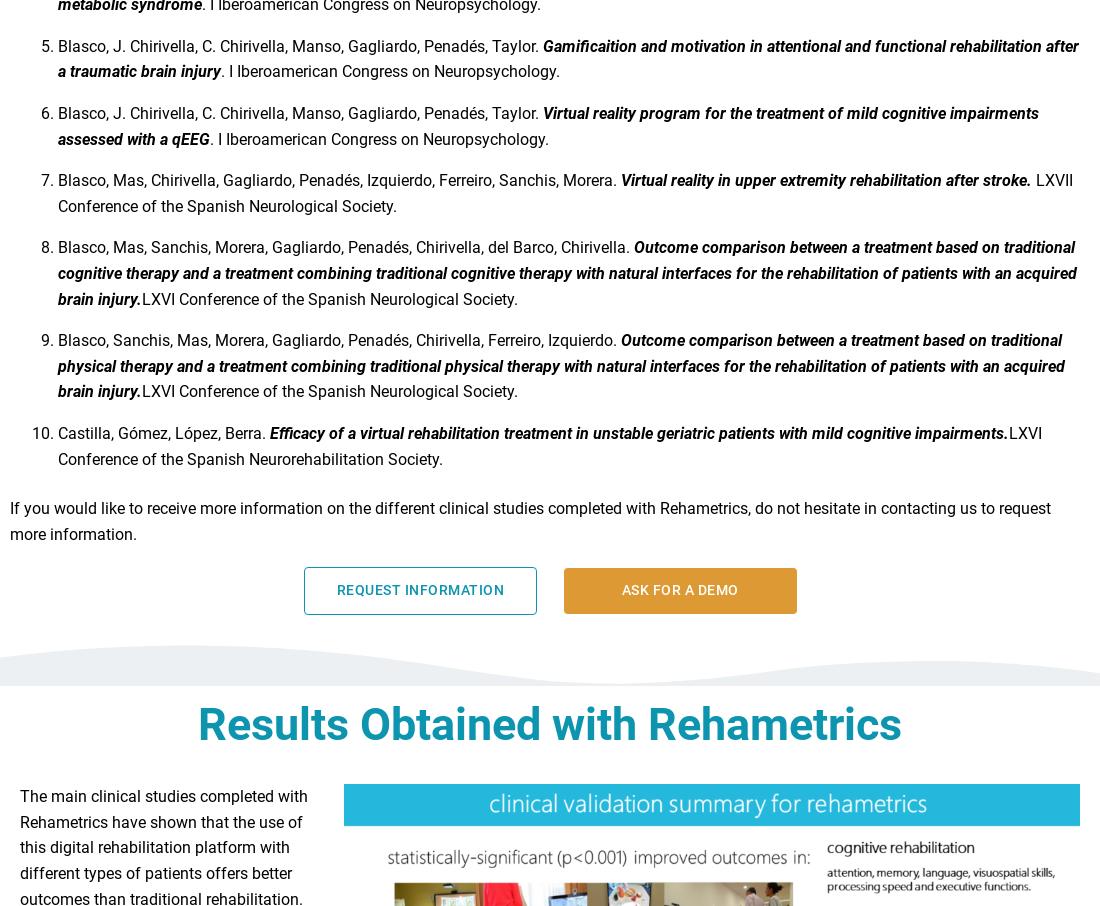  I want to click on 'If you would like to receive more information on the different clinical studies completed with Rehametrics, do not hesitate in contacting us to request more information.', so click(9, 529).